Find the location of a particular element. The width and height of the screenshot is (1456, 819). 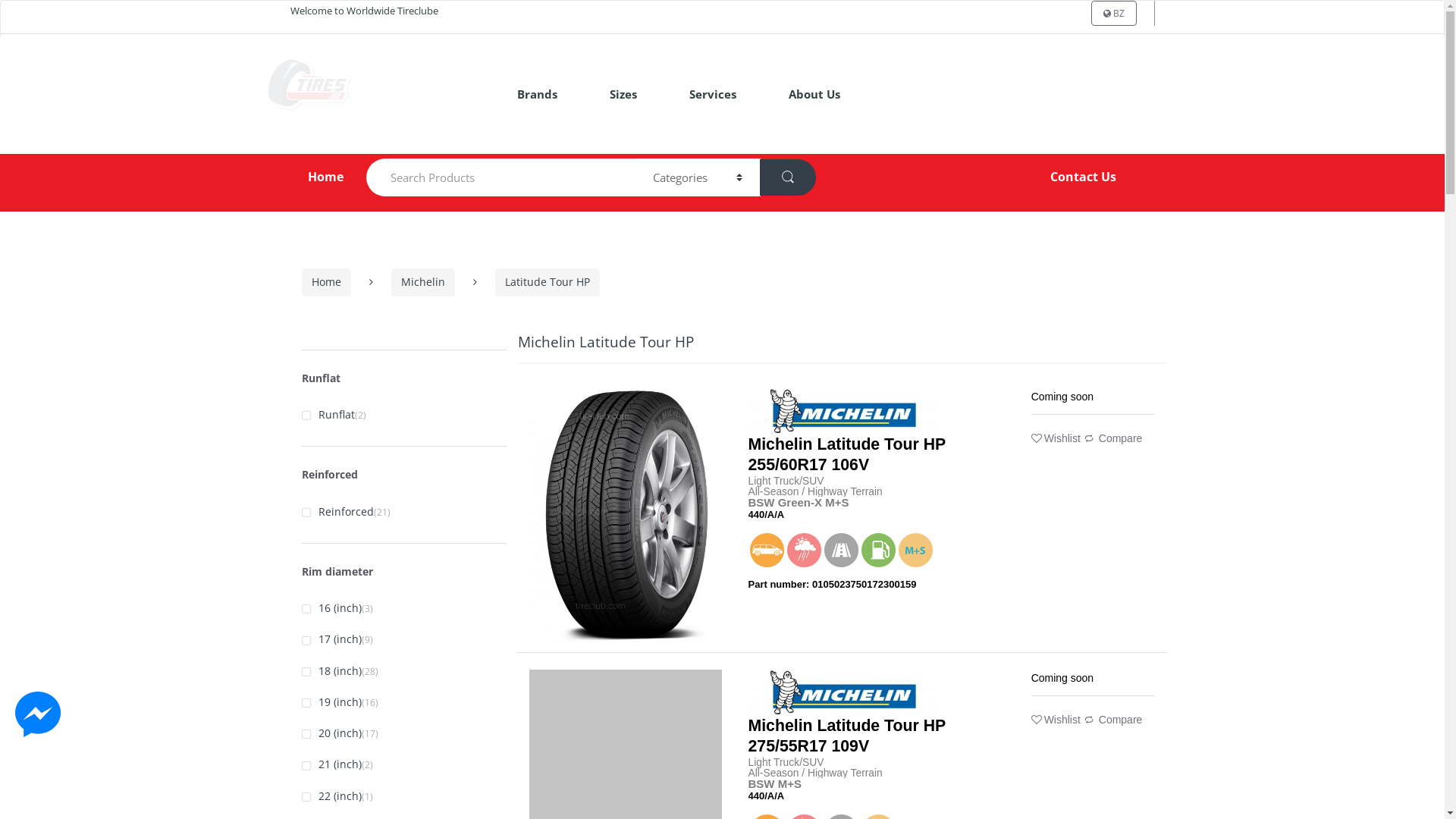

'19 (inch)' is located at coordinates (331, 702).